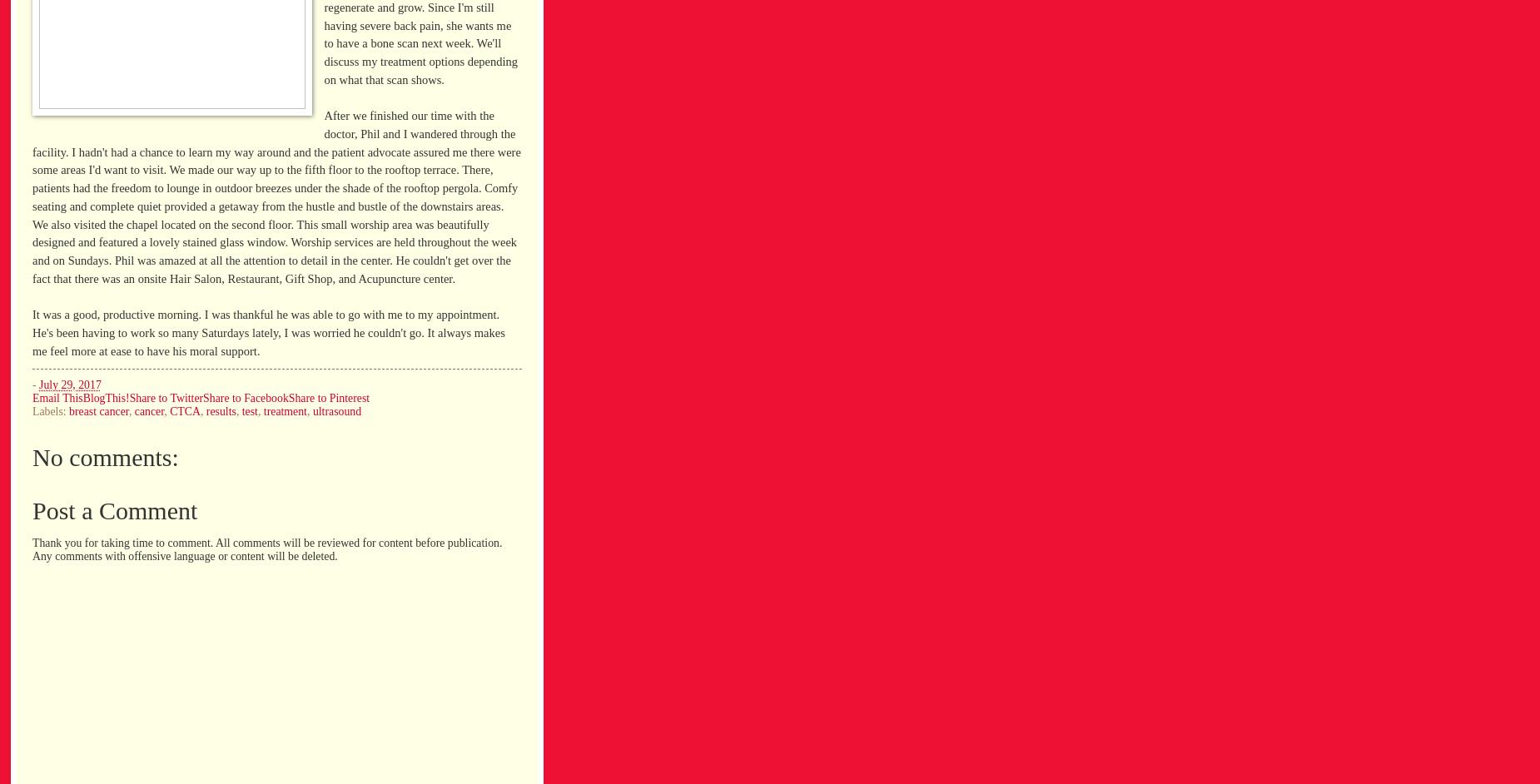  What do you see at coordinates (148, 411) in the screenshot?
I see `'cancer'` at bounding box center [148, 411].